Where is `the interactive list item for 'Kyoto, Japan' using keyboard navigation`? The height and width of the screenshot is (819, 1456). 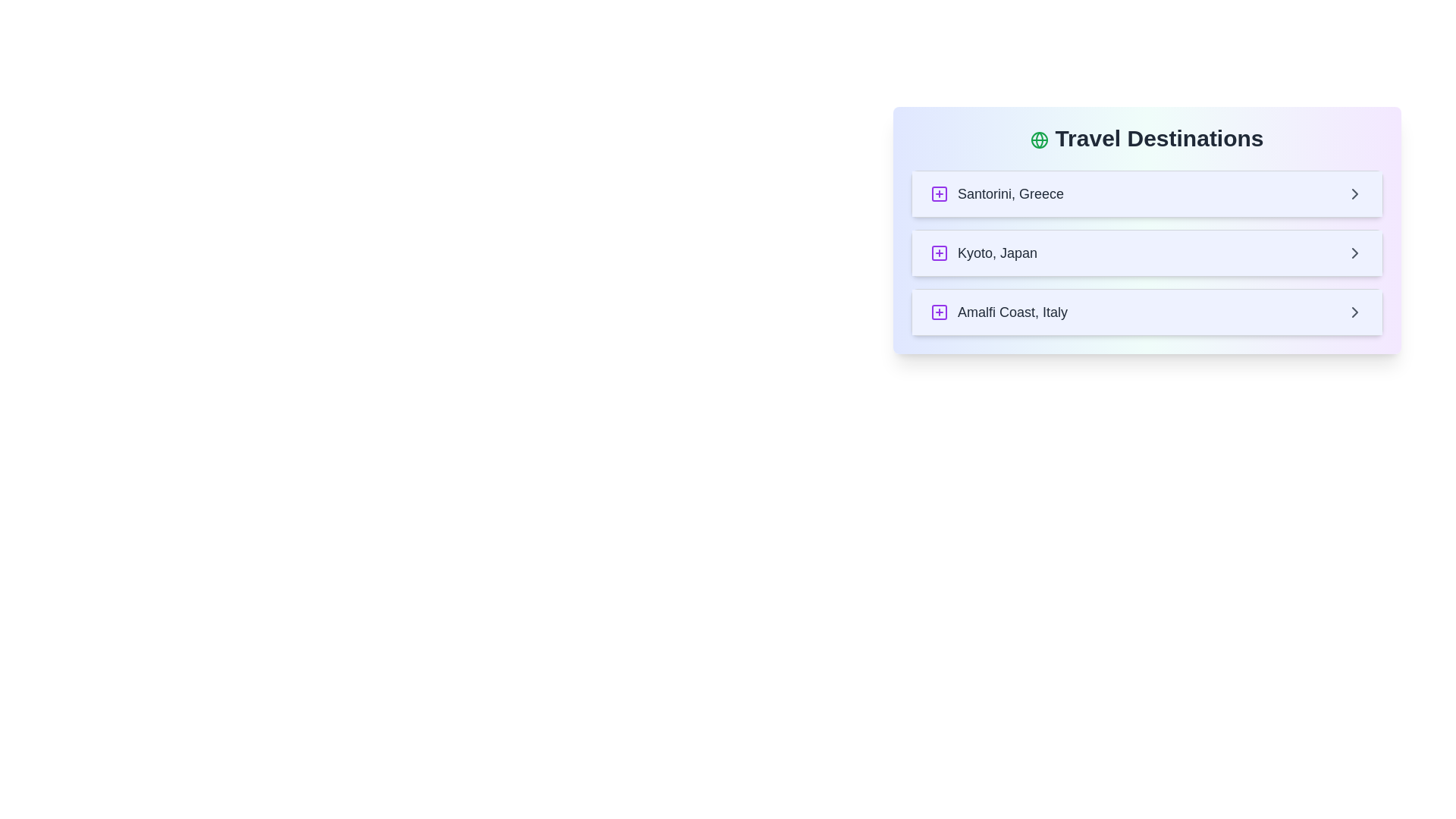
the interactive list item for 'Kyoto, Japan' using keyboard navigation is located at coordinates (1147, 253).